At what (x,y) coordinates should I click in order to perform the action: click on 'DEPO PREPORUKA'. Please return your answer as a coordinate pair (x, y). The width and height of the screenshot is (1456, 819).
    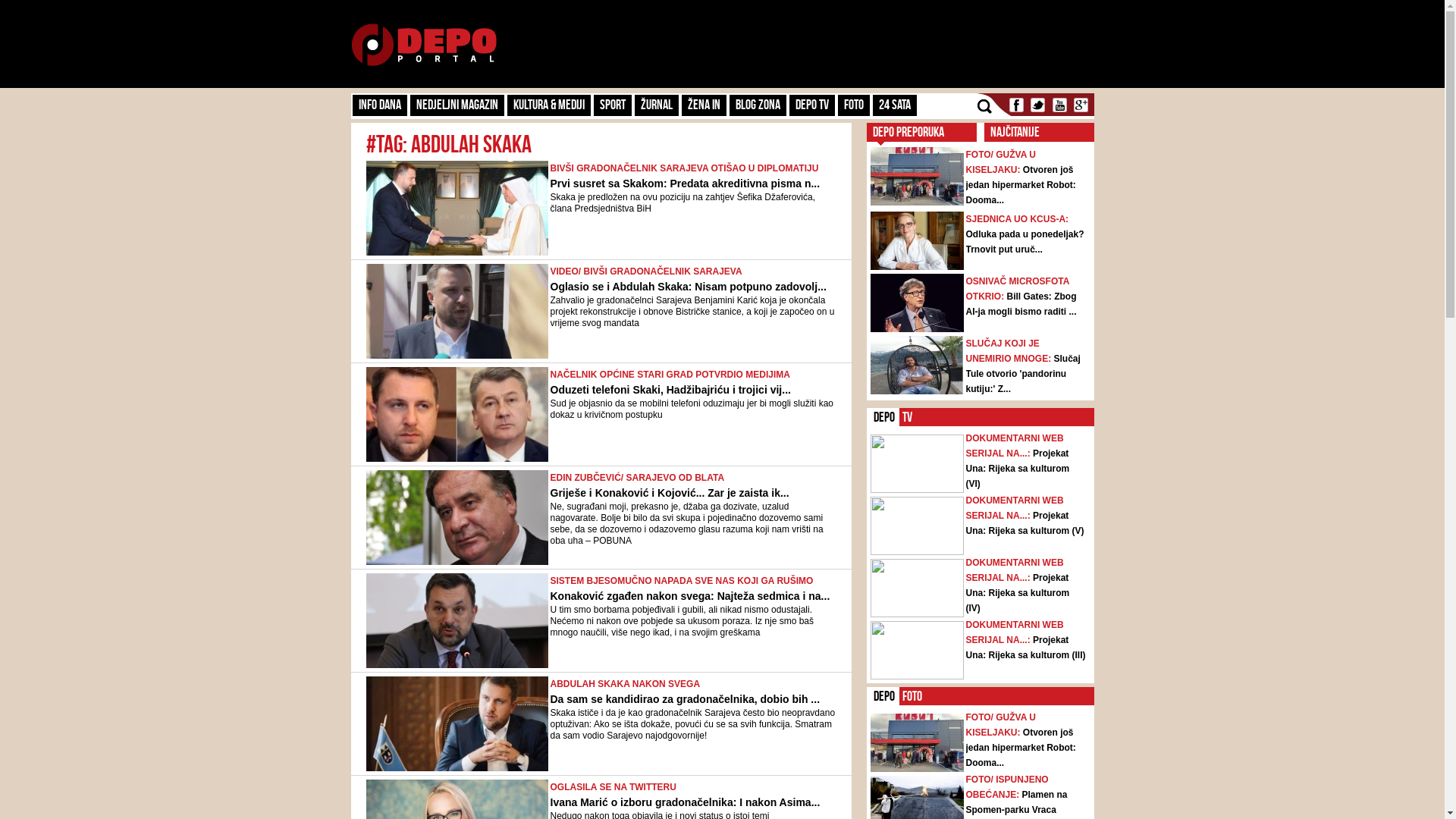
    Looking at the image, I should click on (907, 130).